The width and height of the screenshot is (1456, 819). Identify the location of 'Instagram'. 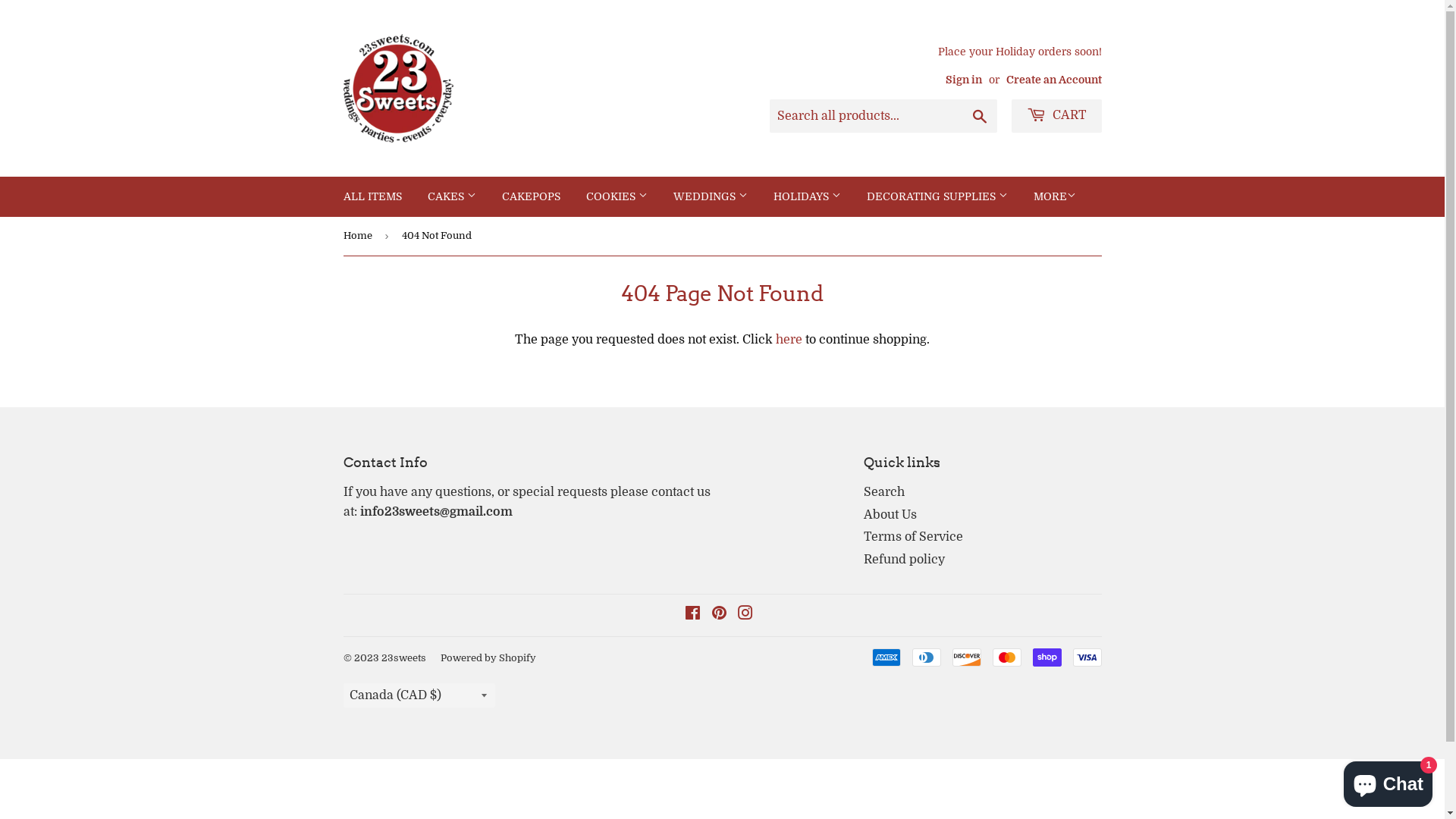
(745, 614).